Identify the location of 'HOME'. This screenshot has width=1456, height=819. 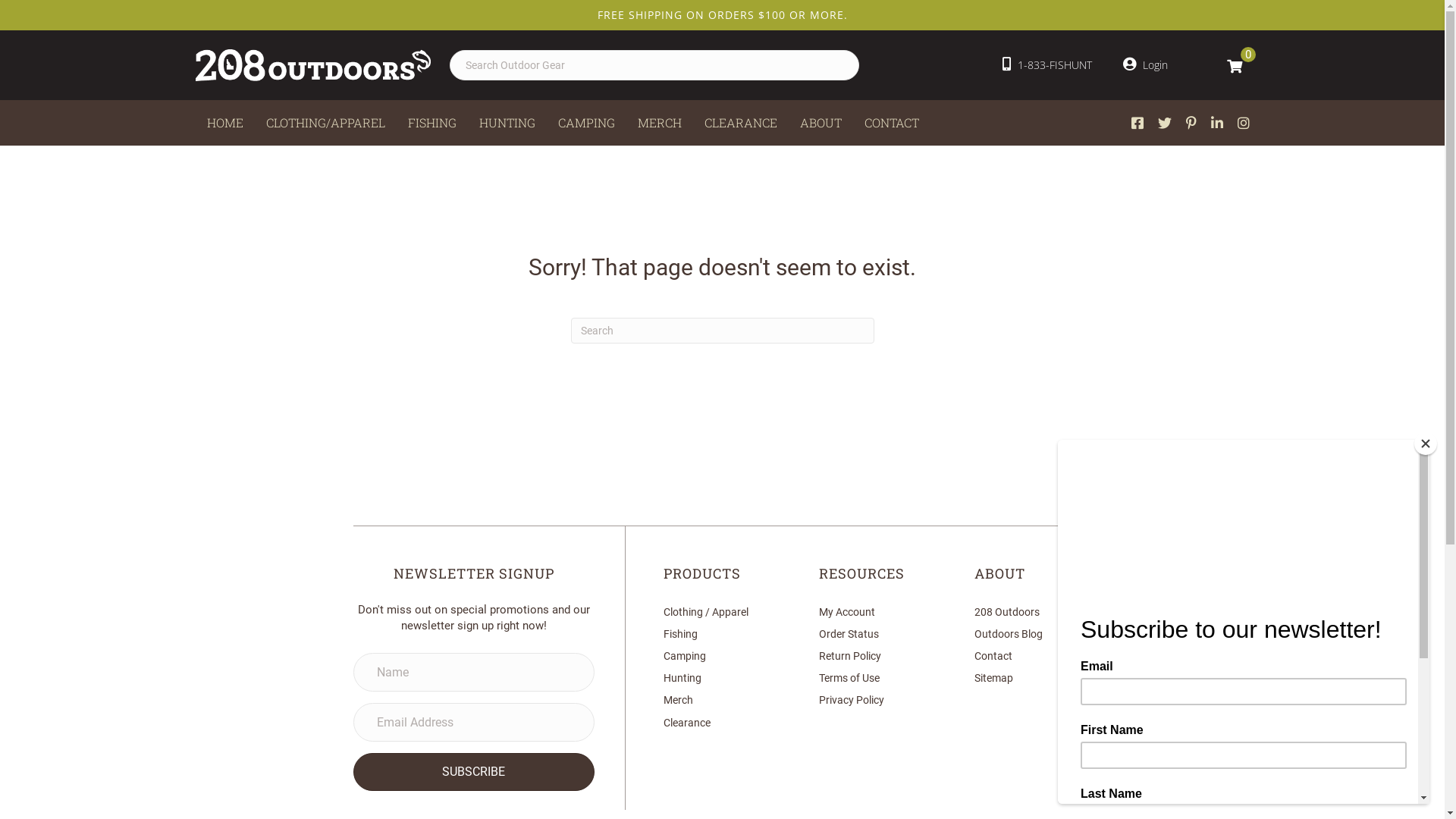
(224, 122).